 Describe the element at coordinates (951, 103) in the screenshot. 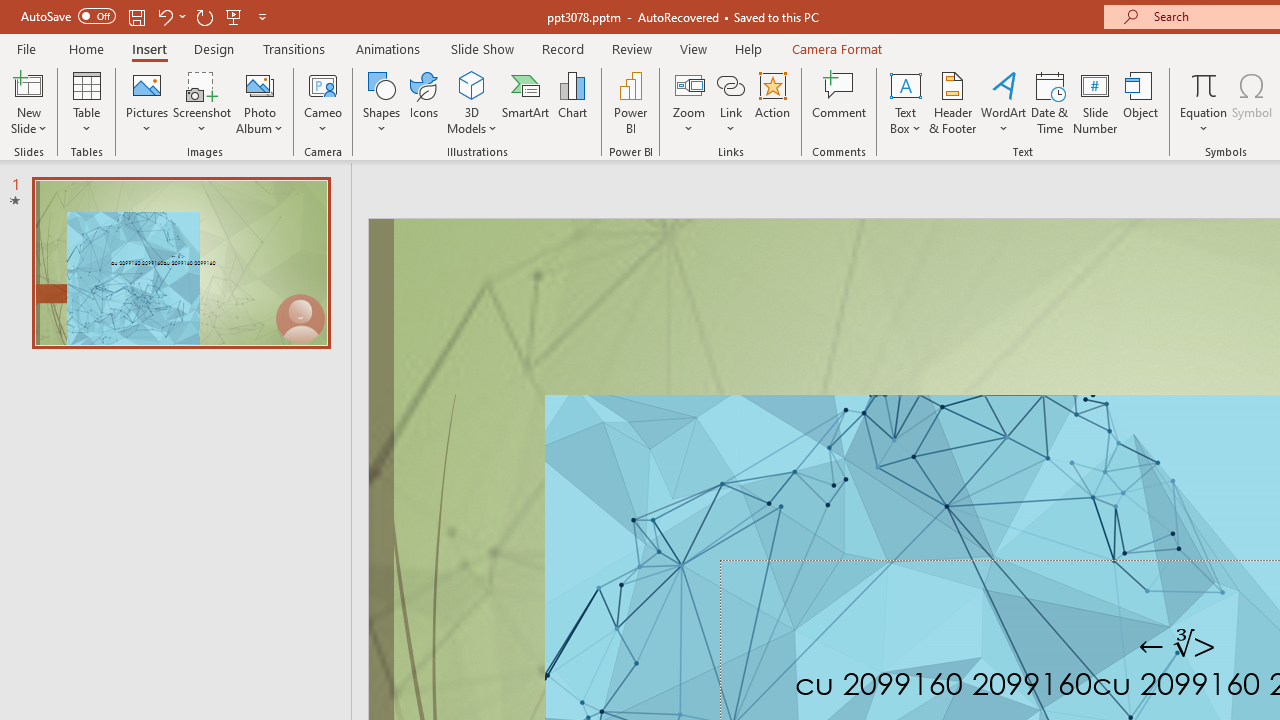

I see `'Header & Footer...'` at that location.